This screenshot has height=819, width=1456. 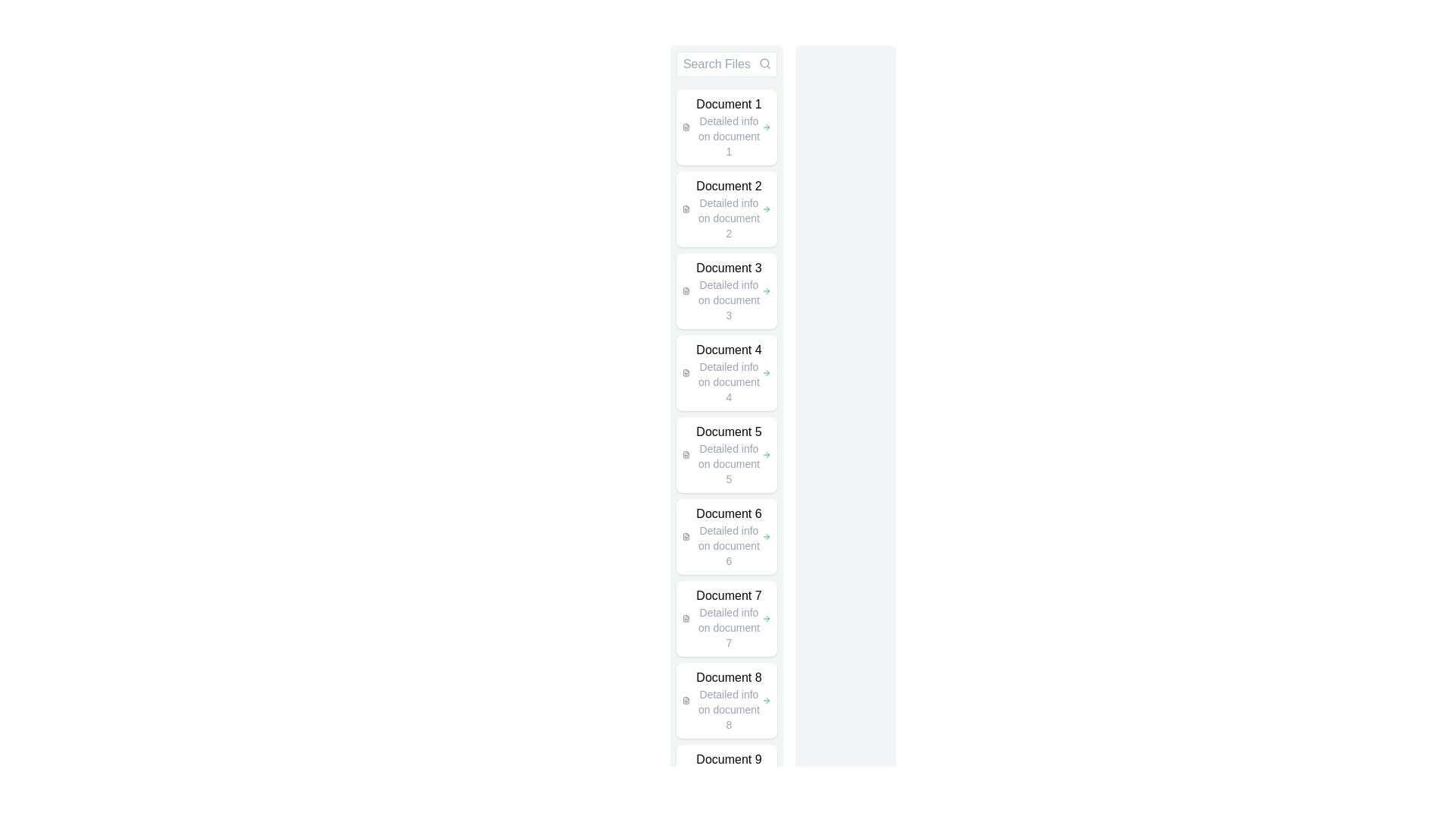 What do you see at coordinates (726, 63) in the screenshot?
I see `the search input box styled with rounded edges that contains the placeholder text 'Search Files' to focus on it` at bounding box center [726, 63].